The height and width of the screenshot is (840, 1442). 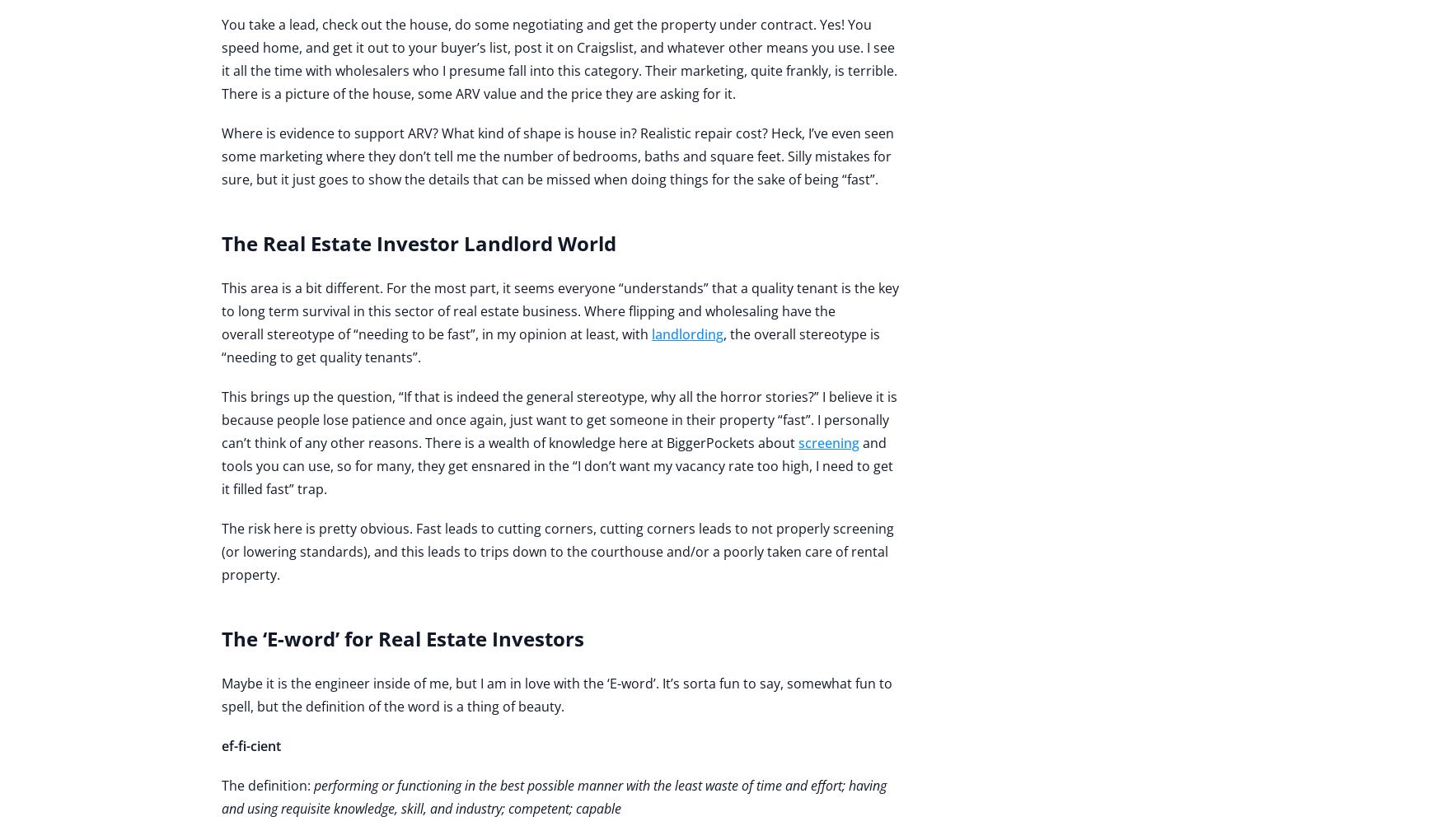 What do you see at coordinates (557, 156) in the screenshot?
I see `'Where is evidence to support ARV? What kind of shape is house in? Realistic repair cost? Heck, I’ve even seen some marketing where they don’t tell me the number of bedrooms, baths and square feet. Silly mistakes for sure, but it just goes to show the details that can be missed when doing things for the sake of being “fast”.'` at bounding box center [557, 156].